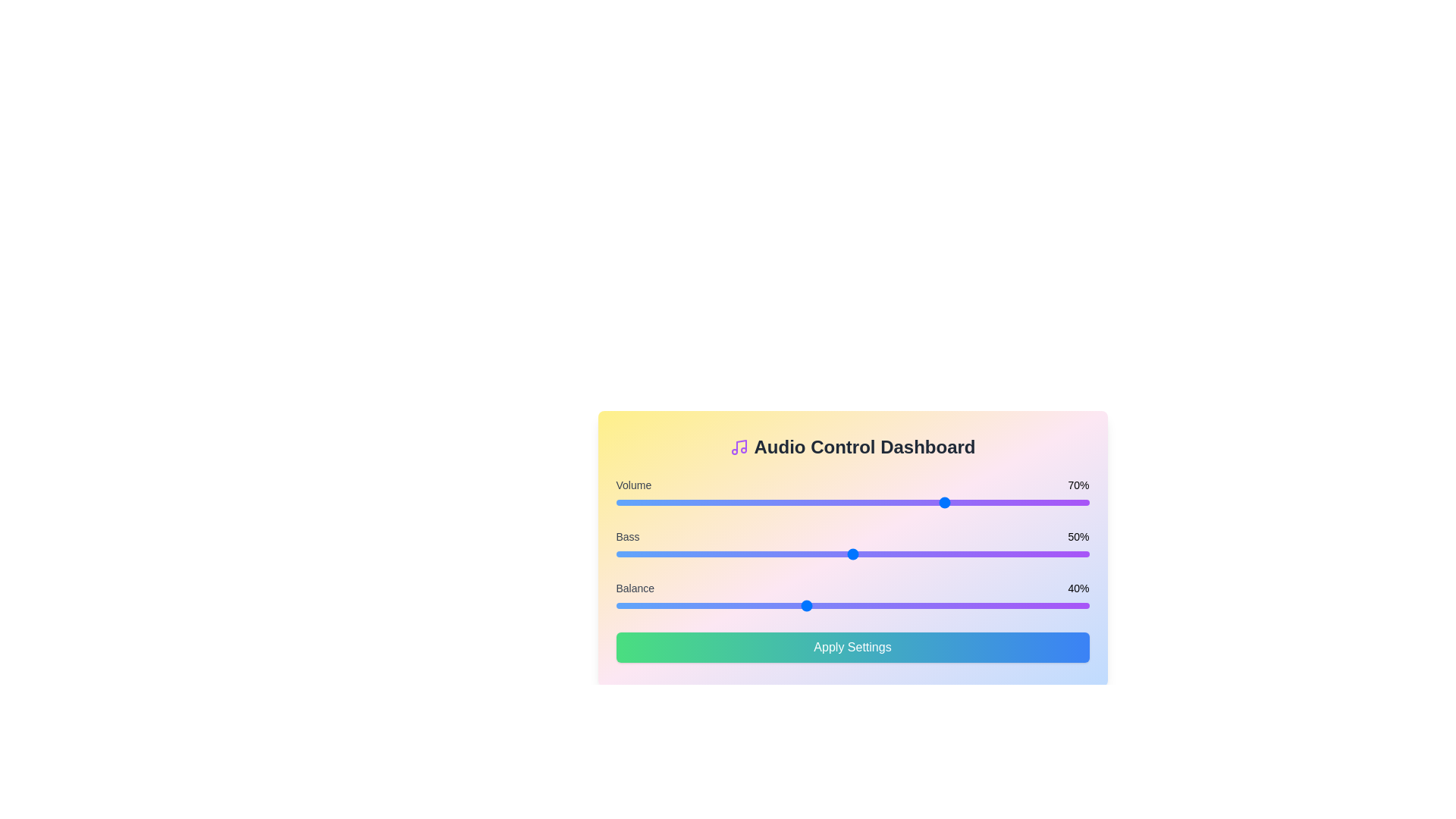 Image resolution: width=1456 pixels, height=819 pixels. I want to click on the 'Apply Settings' button located at the bottom of the 'Audio Control Dashboard', which has a gradient background and displays white bold text, so click(852, 647).